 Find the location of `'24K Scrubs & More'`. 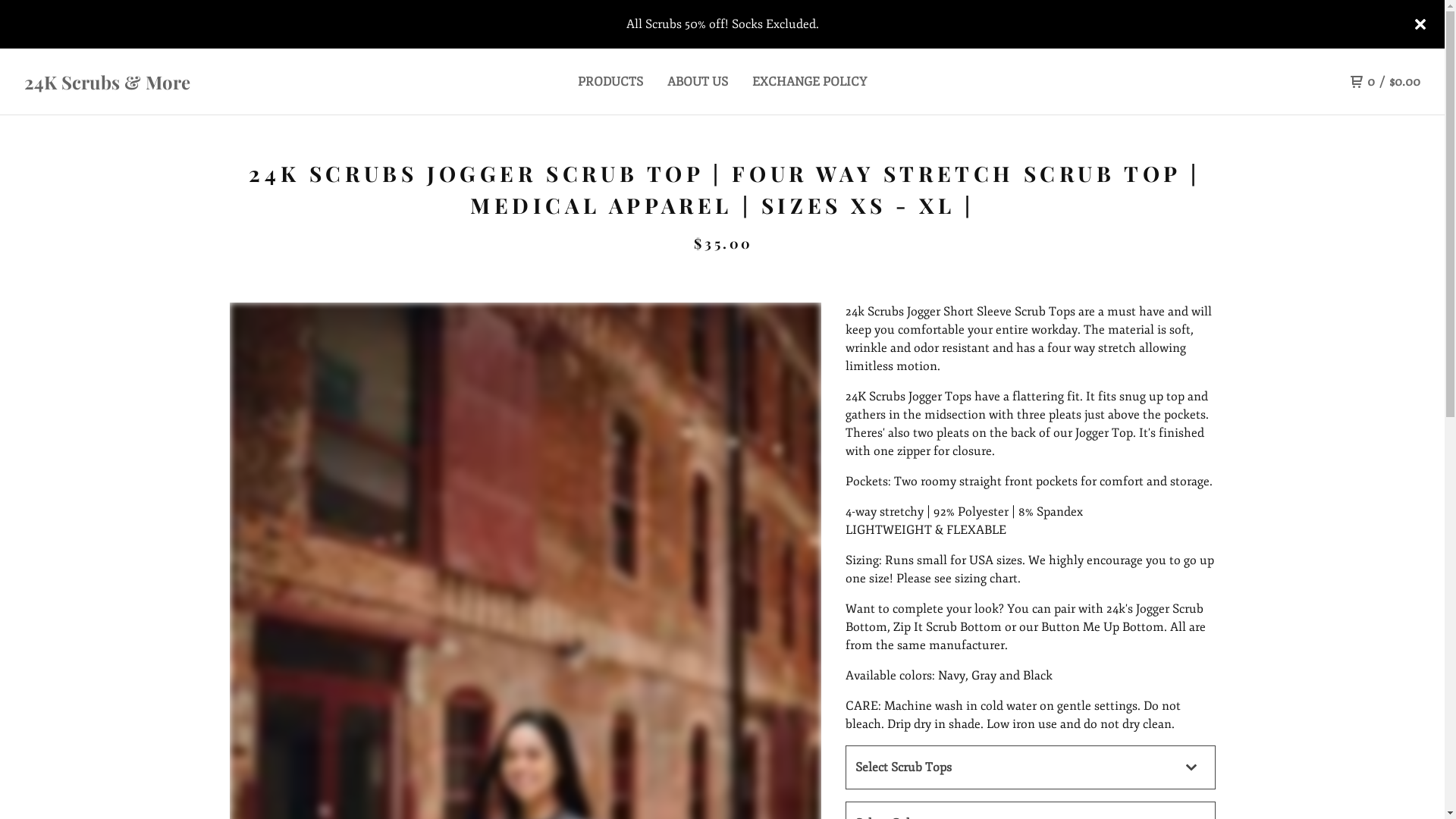

'24K Scrubs & More' is located at coordinates (198, 82).